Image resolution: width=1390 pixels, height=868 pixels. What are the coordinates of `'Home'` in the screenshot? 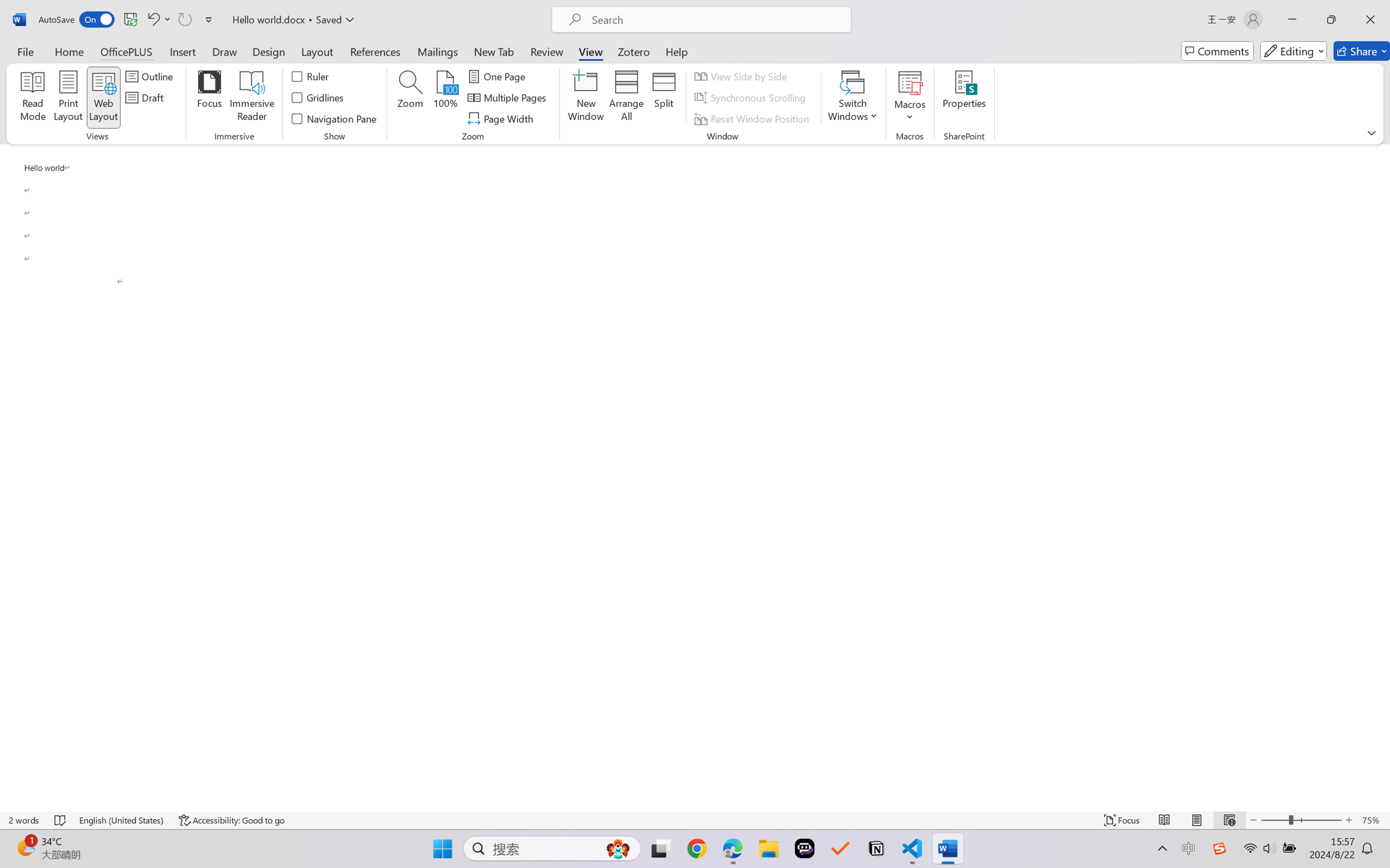 It's located at (69, 51).